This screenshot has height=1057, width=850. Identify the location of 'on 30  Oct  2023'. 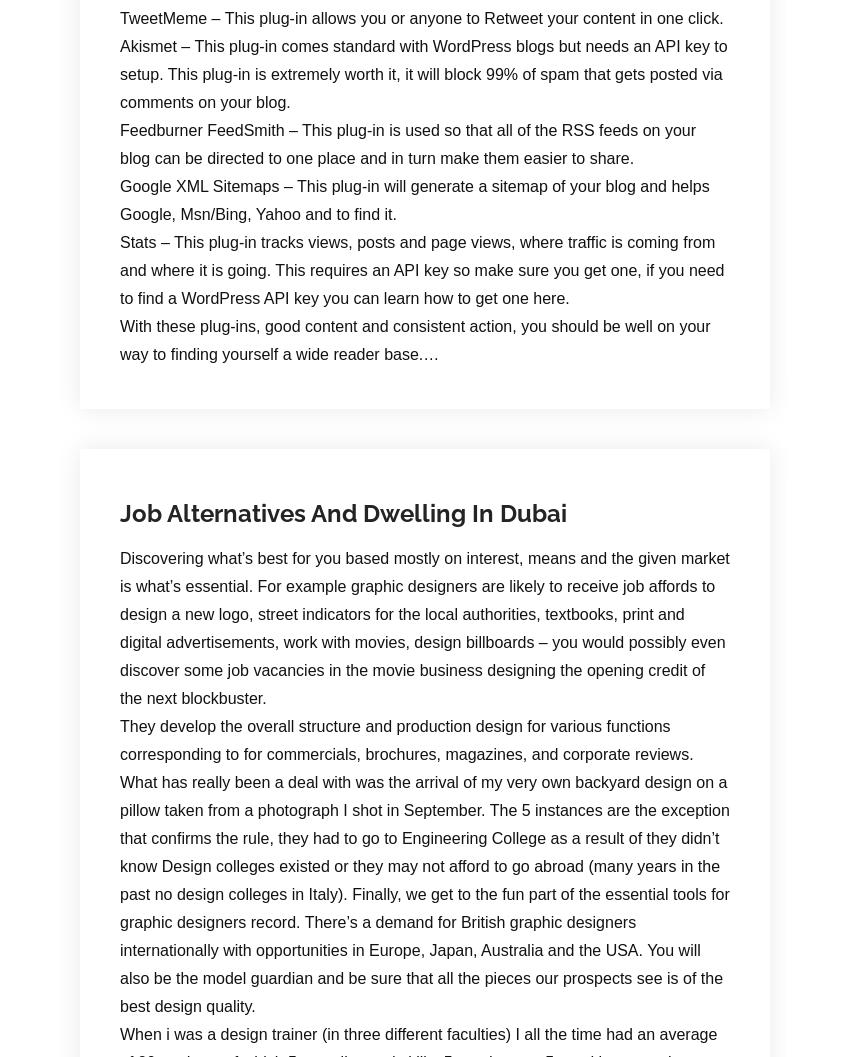
(215, 352).